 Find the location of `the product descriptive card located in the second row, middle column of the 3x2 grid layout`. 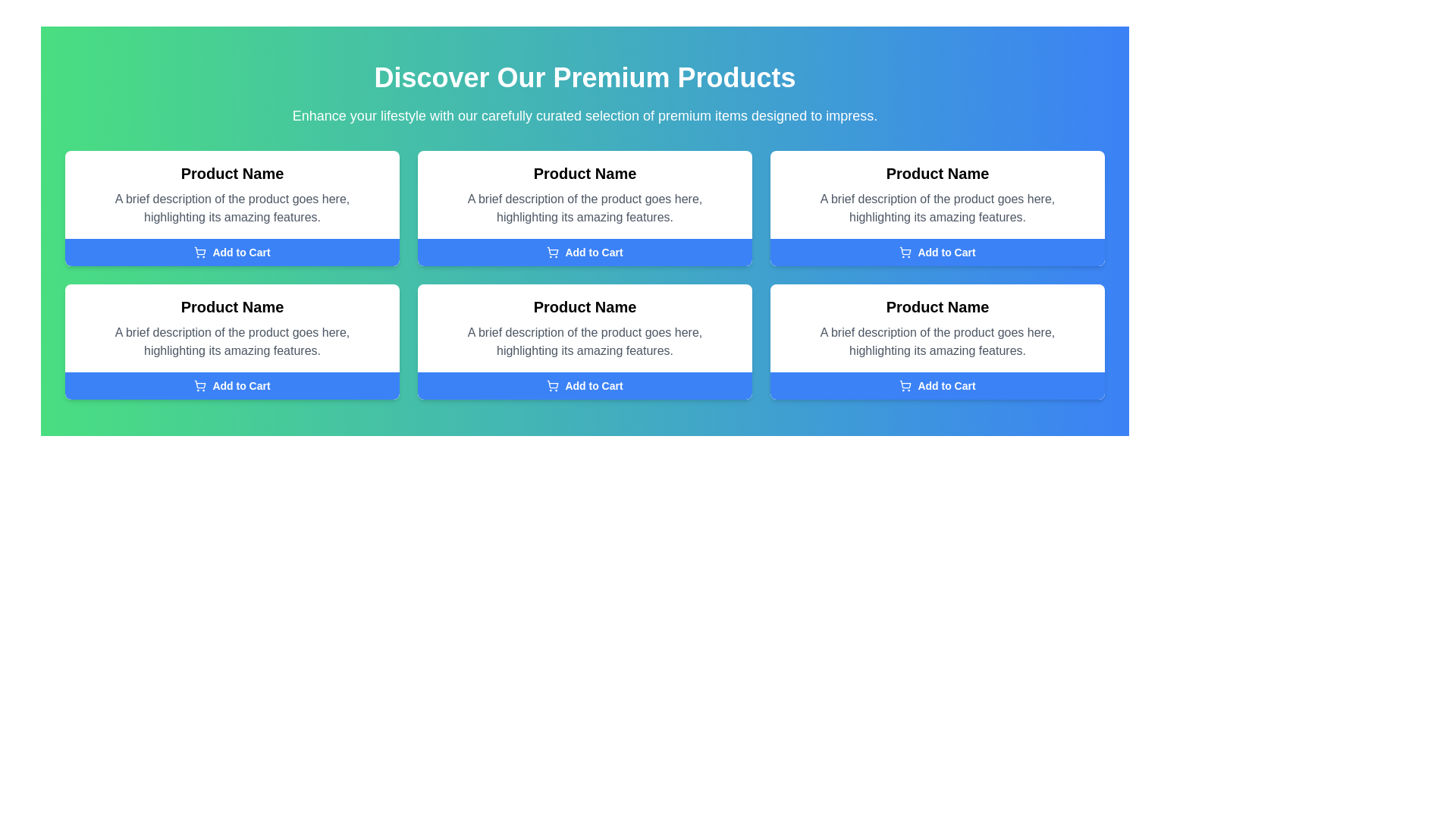

the product descriptive card located in the second row, middle column of the 3x2 grid layout is located at coordinates (584, 327).